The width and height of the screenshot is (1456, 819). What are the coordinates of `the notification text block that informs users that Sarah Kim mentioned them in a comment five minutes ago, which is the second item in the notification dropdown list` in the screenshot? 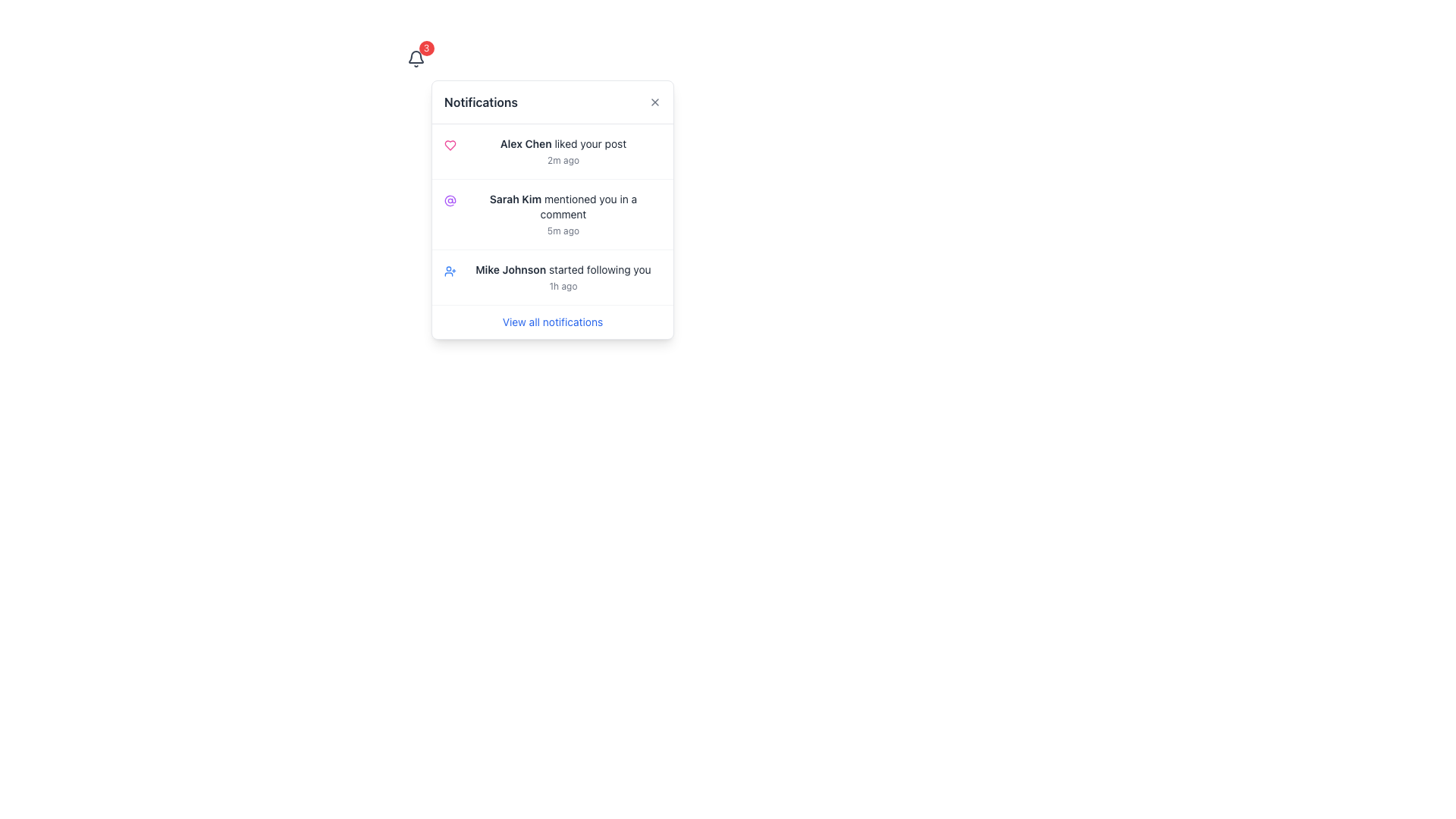 It's located at (563, 214).